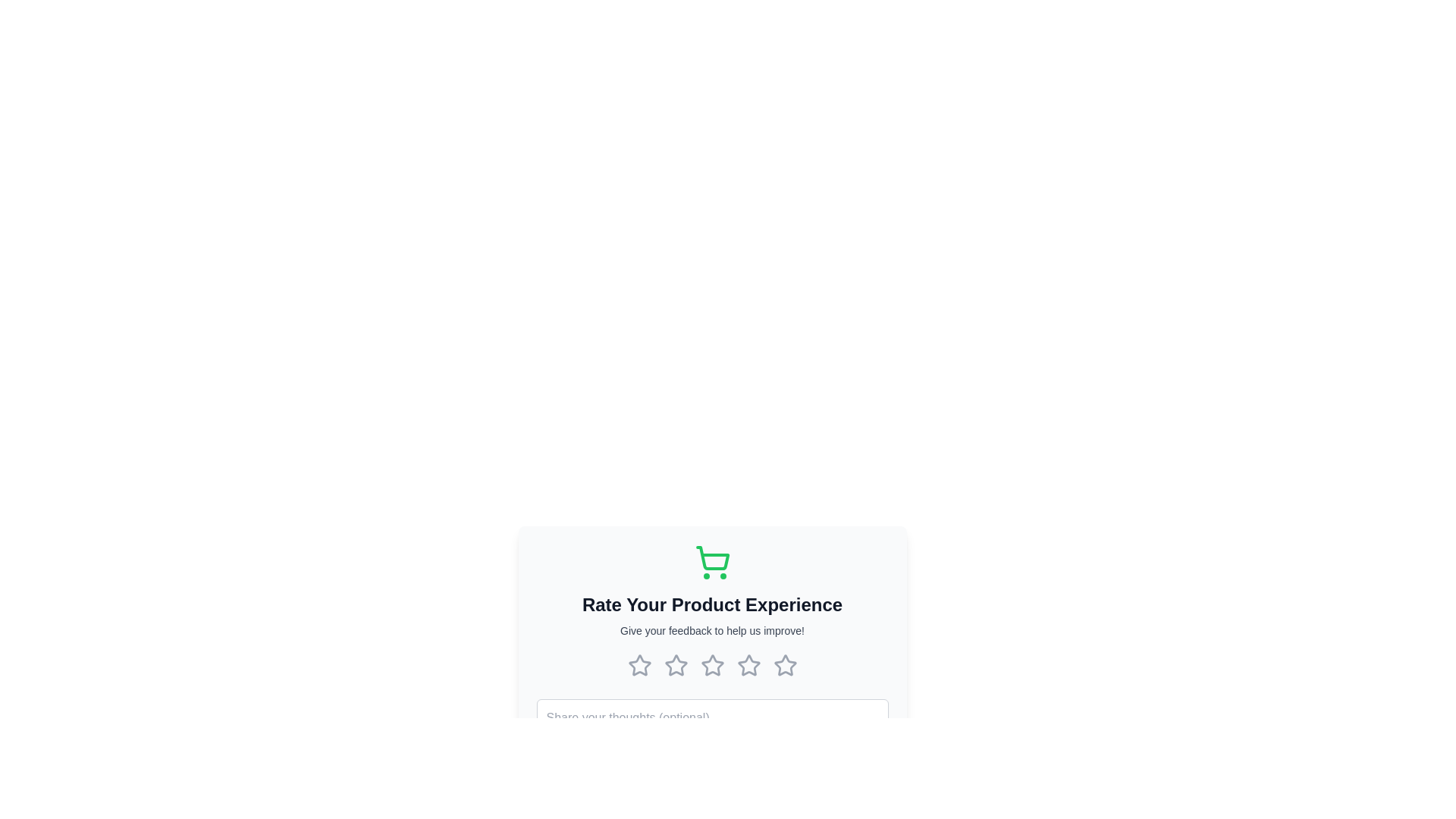 Image resolution: width=1456 pixels, height=819 pixels. What do you see at coordinates (748, 664) in the screenshot?
I see `the fourth star icon in the rating control` at bounding box center [748, 664].